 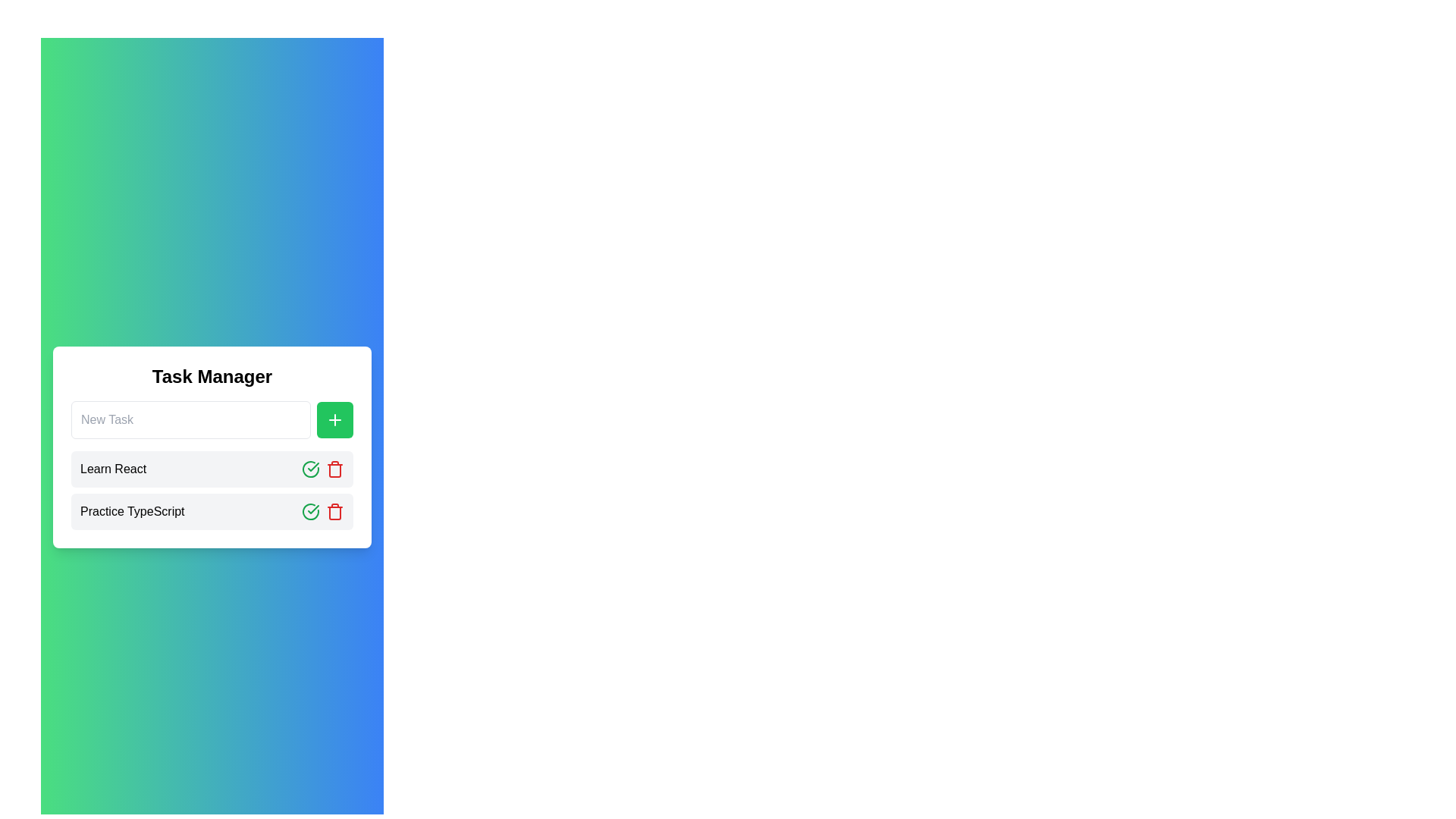 What do you see at coordinates (334, 468) in the screenshot?
I see `the delete button located on the right side of the 'Practice TypeScript' task item` at bounding box center [334, 468].